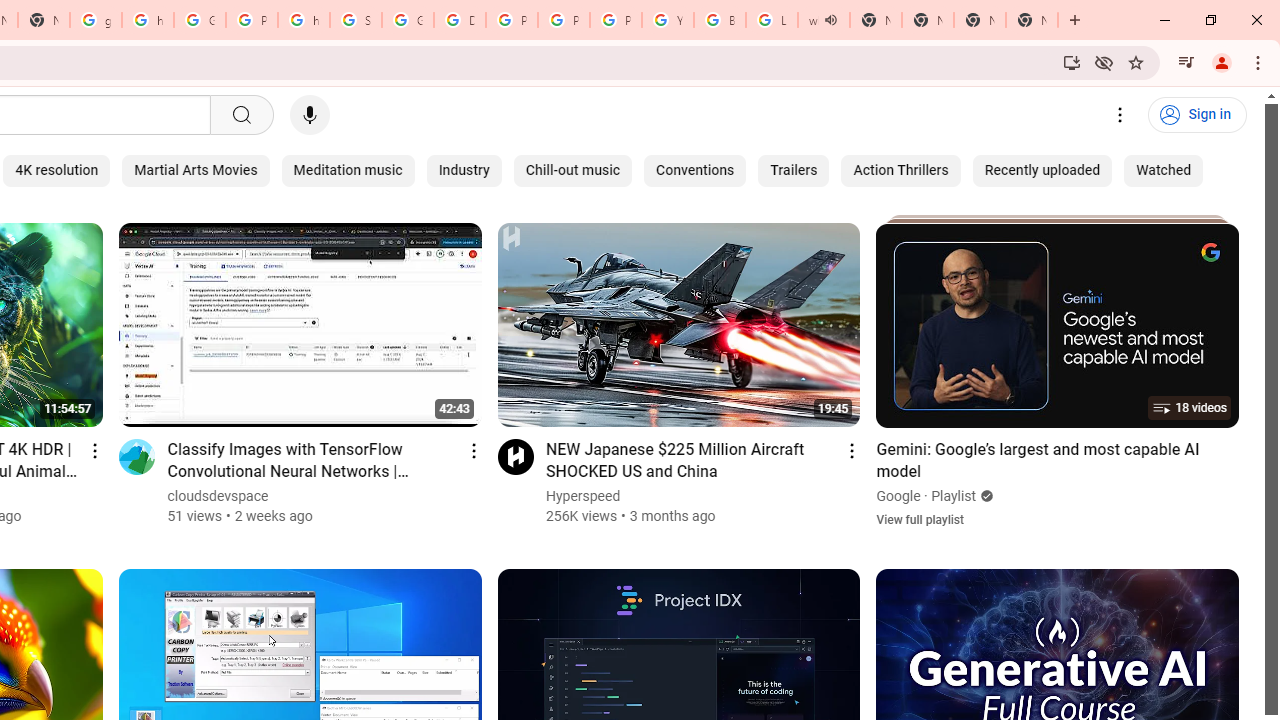  Describe the element at coordinates (562, 20) in the screenshot. I see `'Privacy Help Center - Policies Help'` at that location.